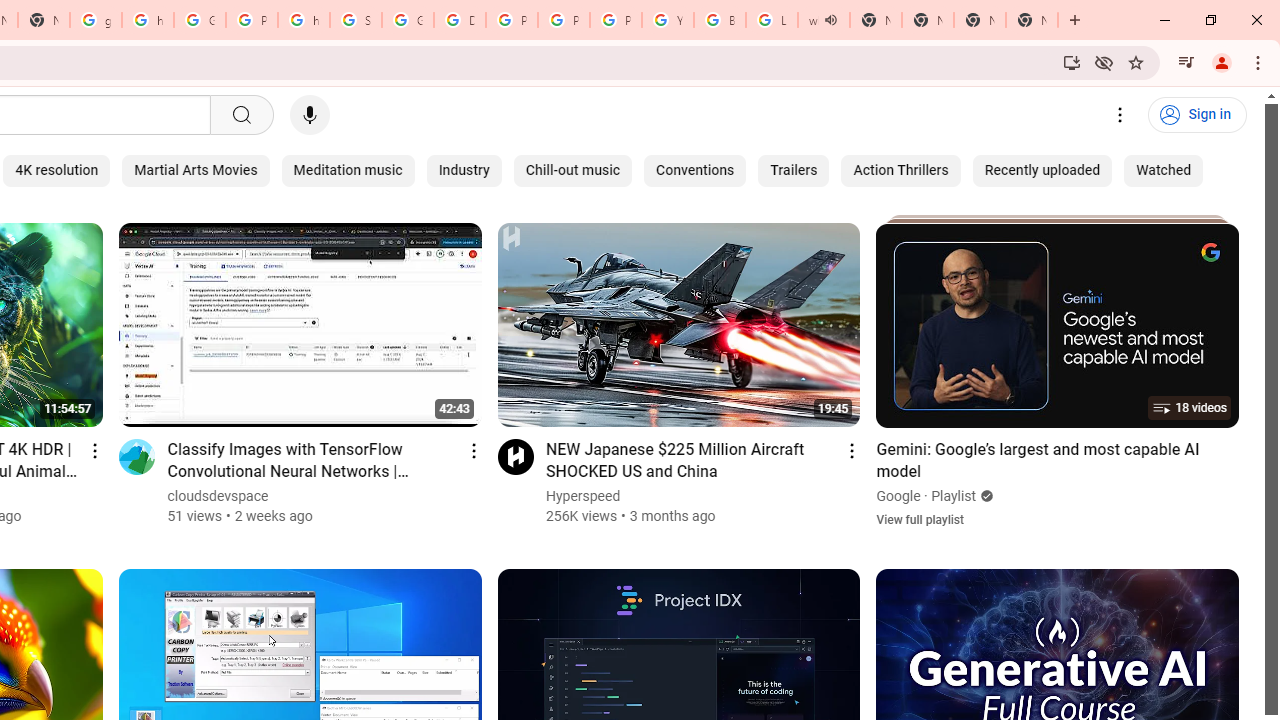  Describe the element at coordinates (562, 20) in the screenshot. I see `'Privacy Help Center - Policies Help'` at that location.